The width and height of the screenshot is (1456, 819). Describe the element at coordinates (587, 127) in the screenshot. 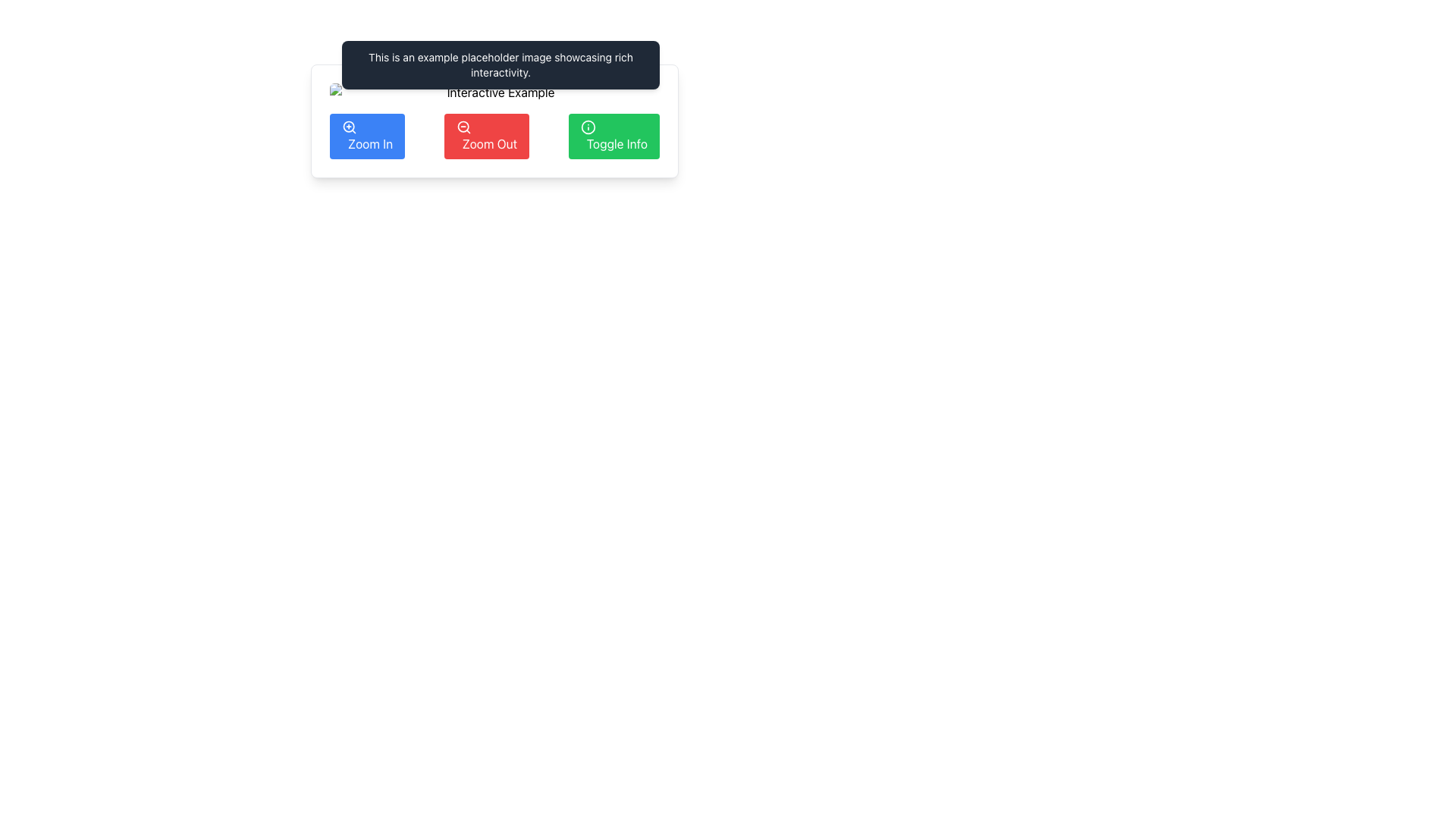

I see `the icon located within the green 'Toggle Info' button, positioned towards its left segment` at that location.